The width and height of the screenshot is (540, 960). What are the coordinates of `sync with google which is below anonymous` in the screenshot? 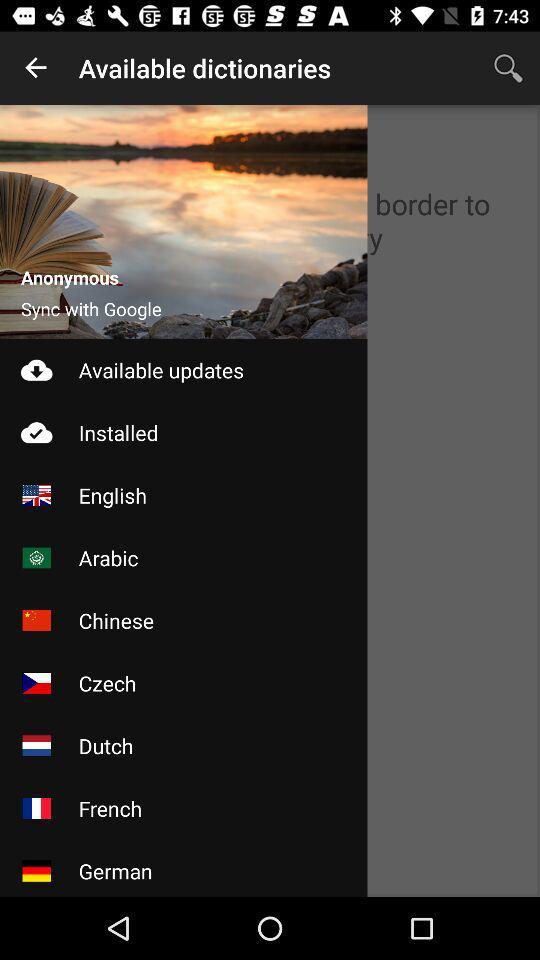 It's located at (90, 309).